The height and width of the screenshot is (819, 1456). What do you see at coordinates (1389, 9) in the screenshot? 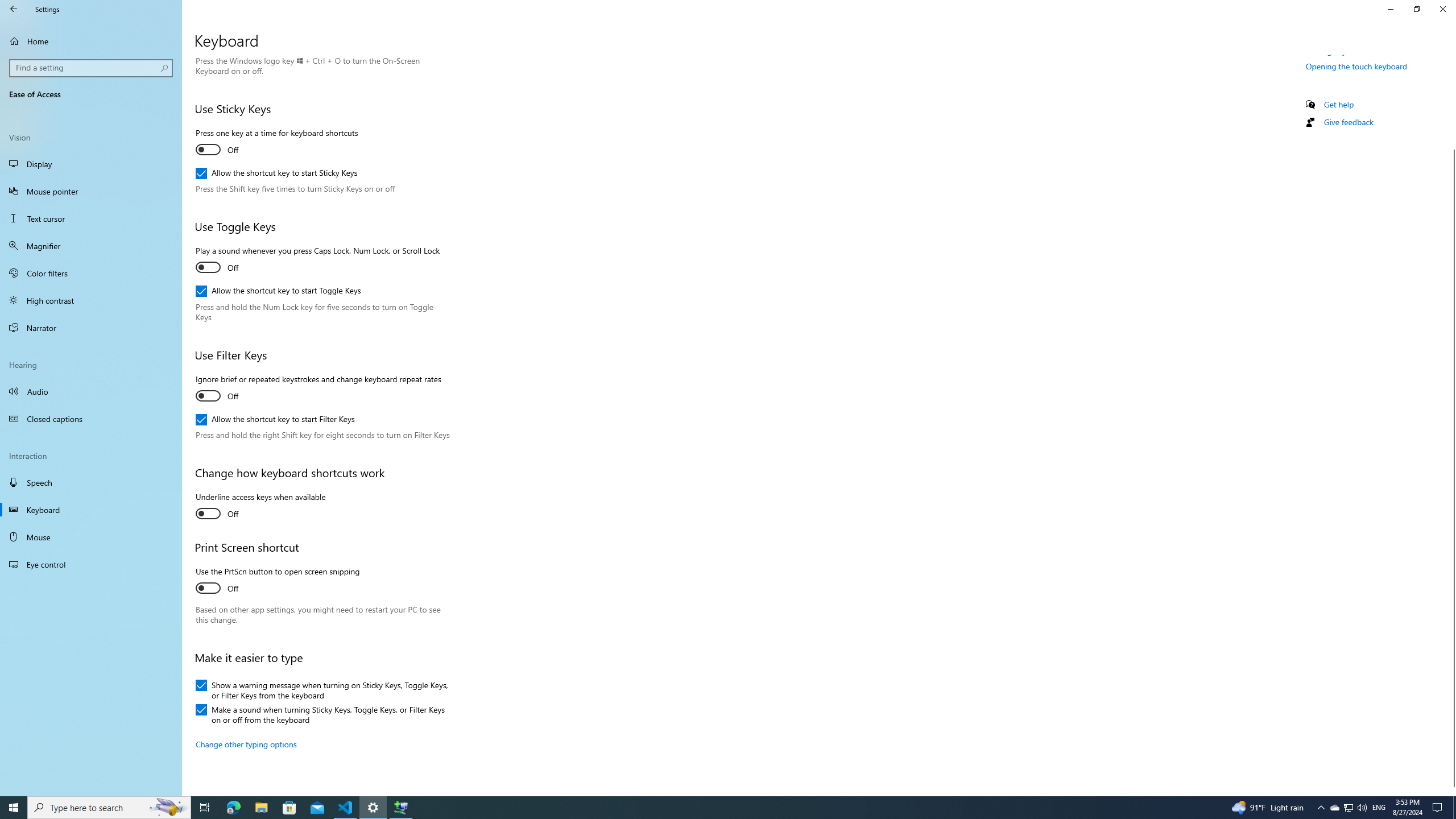
I see `'Minimize Settings'` at bounding box center [1389, 9].